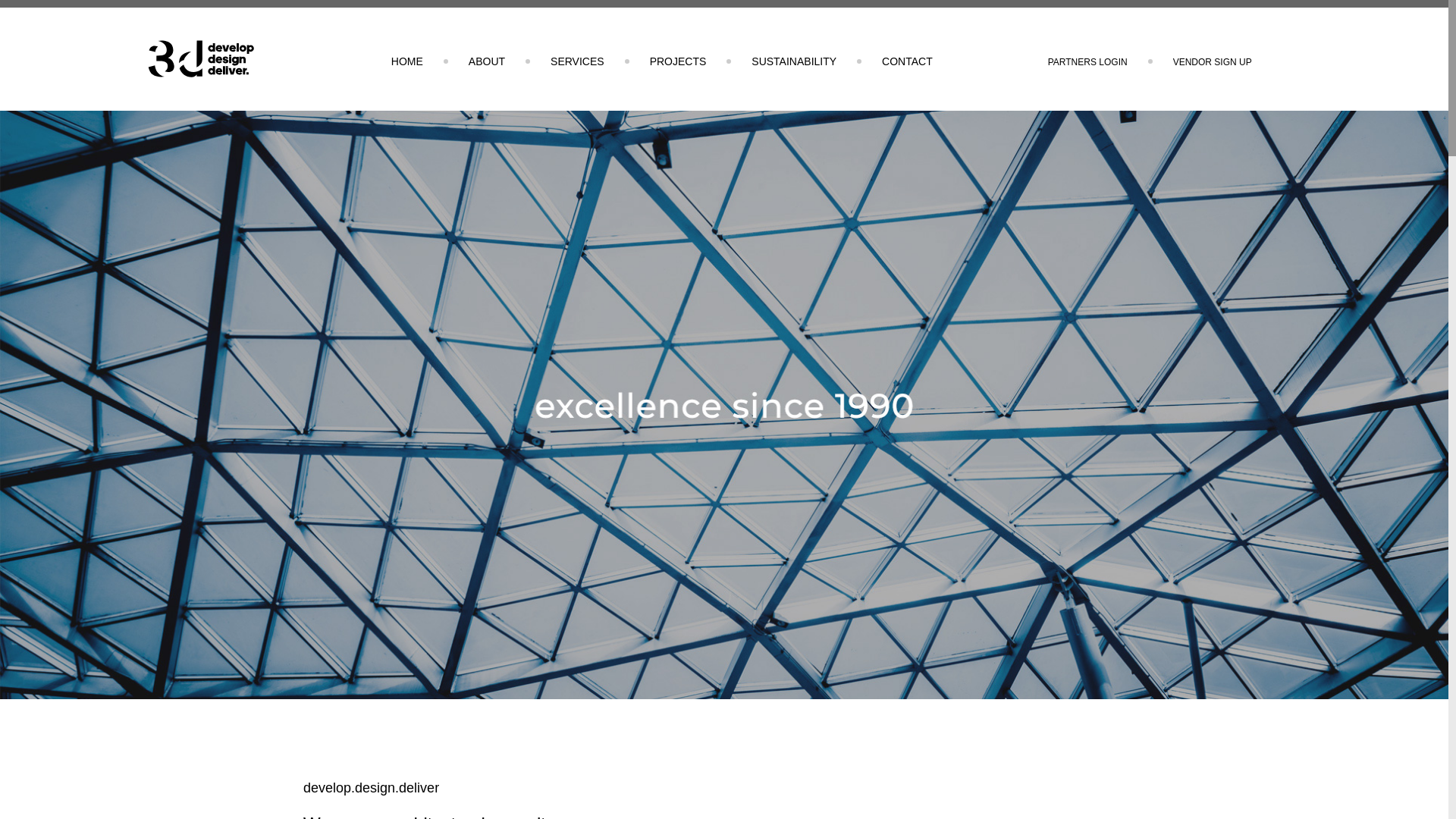 This screenshot has height=819, width=1456. Describe the element at coordinates (407, 61) in the screenshot. I see `'HOME'` at that location.